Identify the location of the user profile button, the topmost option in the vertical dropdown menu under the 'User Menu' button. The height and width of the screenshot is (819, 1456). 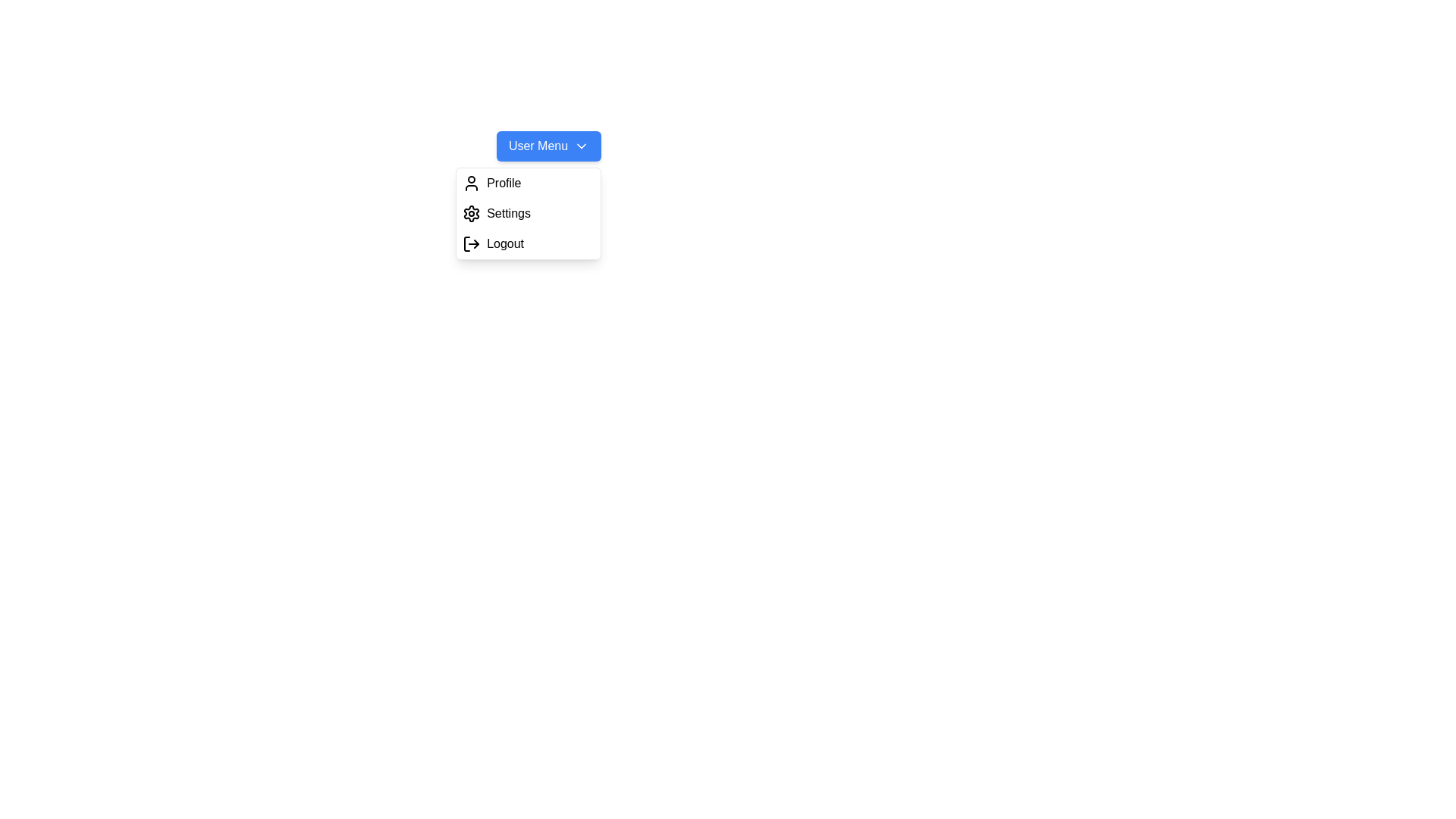
(529, 183).